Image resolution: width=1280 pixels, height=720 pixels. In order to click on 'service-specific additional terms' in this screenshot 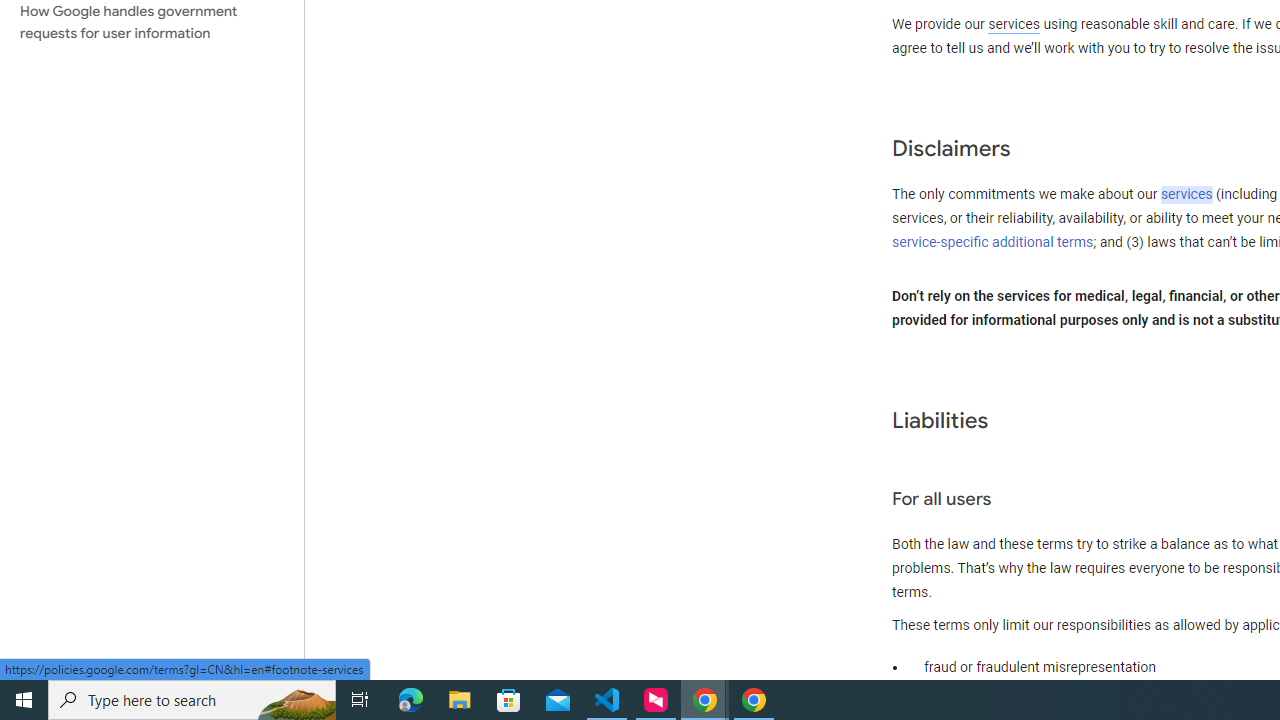, I will do `click(993, 241)`.